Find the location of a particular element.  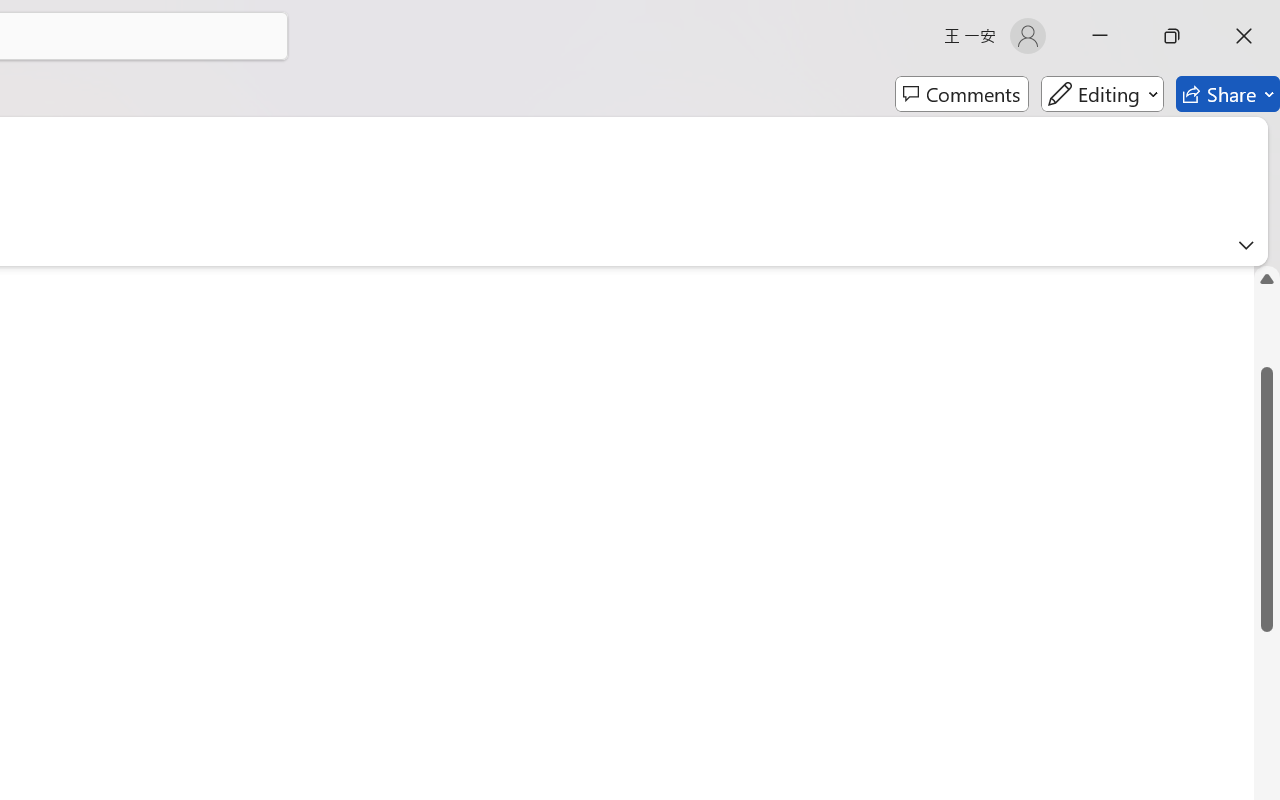

'Editing' is located at coordinates (1101, 94).